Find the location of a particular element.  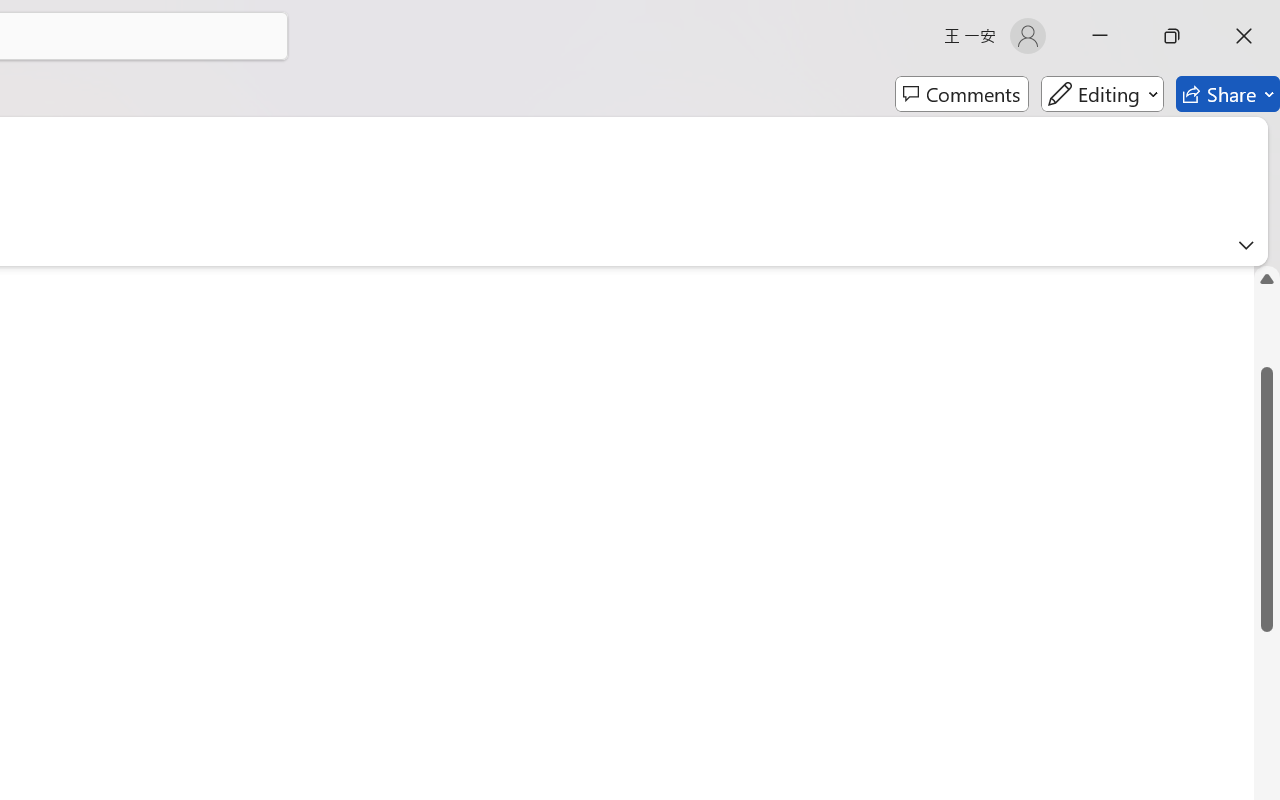

'Editing' is located at coordinates (1101, 94).